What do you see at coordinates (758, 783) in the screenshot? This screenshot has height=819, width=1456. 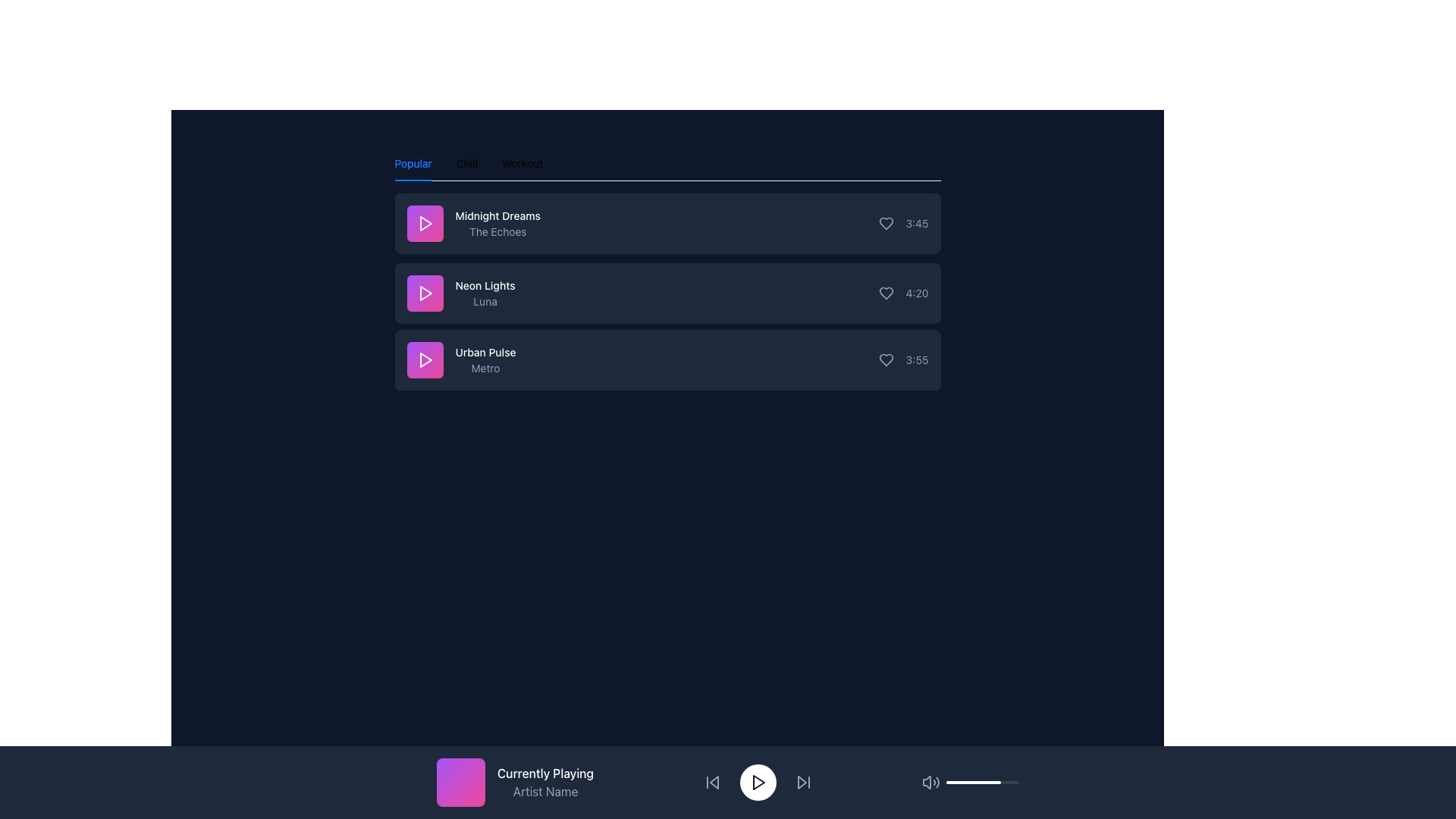 I see `the play button icon, which is a forward-facing triangular shape with a black outline located centrally within a white circular button in the bottom control panel, to play the audio track` at bounding box center [758, 783].